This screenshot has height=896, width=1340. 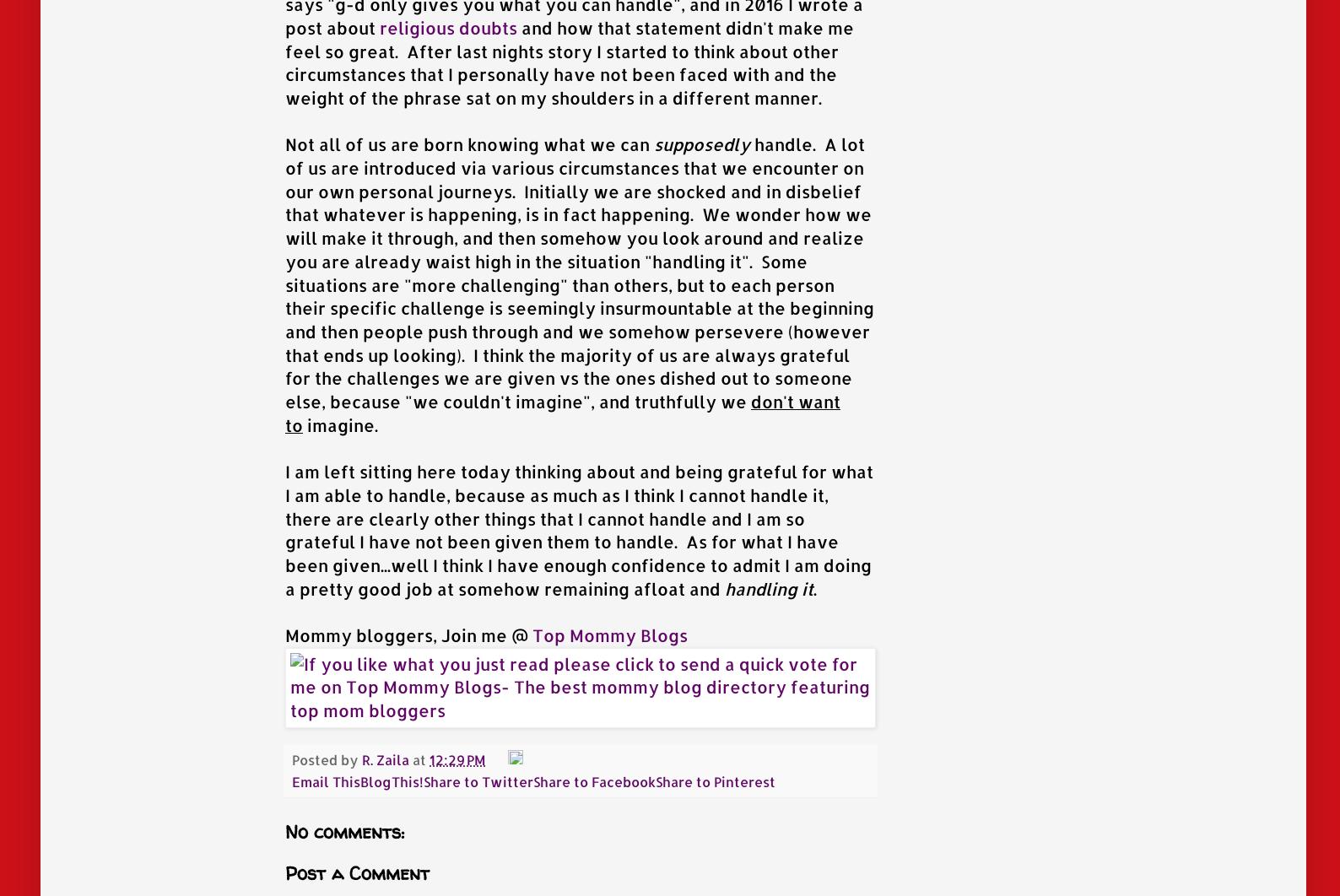 What do you see at coordinates (813, 588) in the screenshot?
I see `'.'` at bounding box center [813, 588].